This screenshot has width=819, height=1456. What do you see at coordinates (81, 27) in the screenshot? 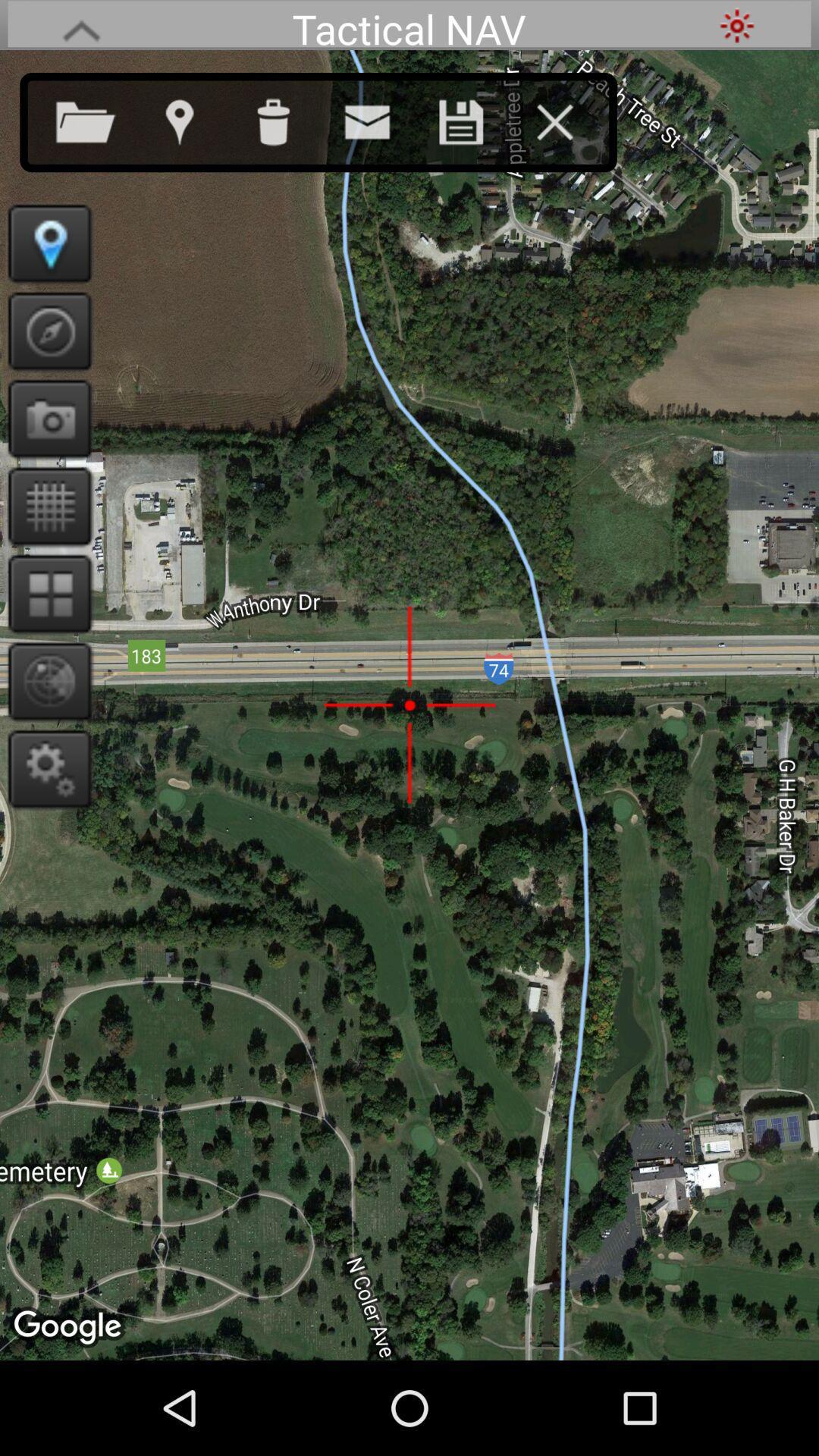
I see `the font icon` at bounding box center [81, 27].